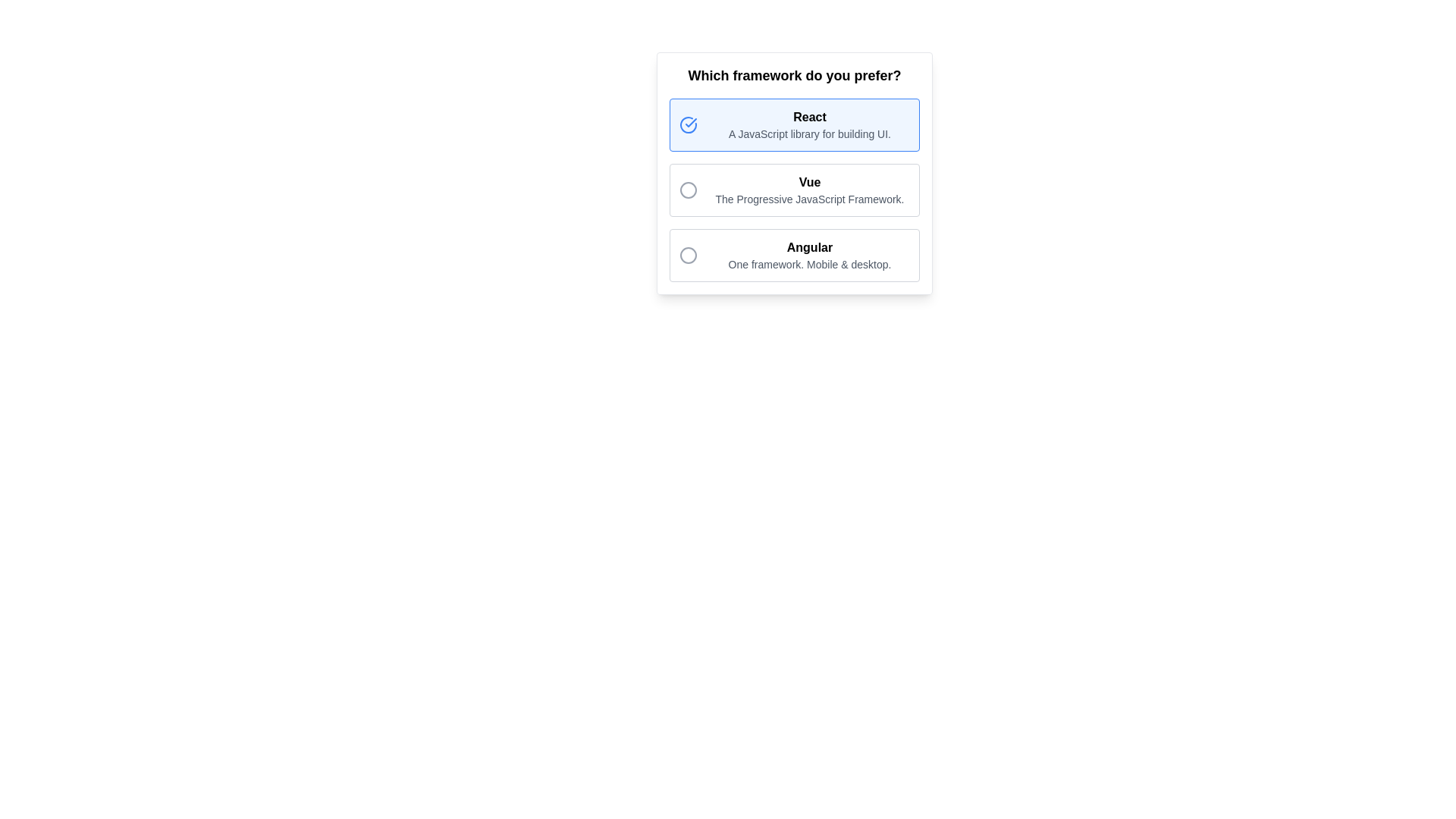  Describe the element at coordinates (809, 133) in the screenshot. I see `text label displaying 'A JavaScript library for building UI.' located beneath the title 'React' in the highlighted 'React' option card` at that location.